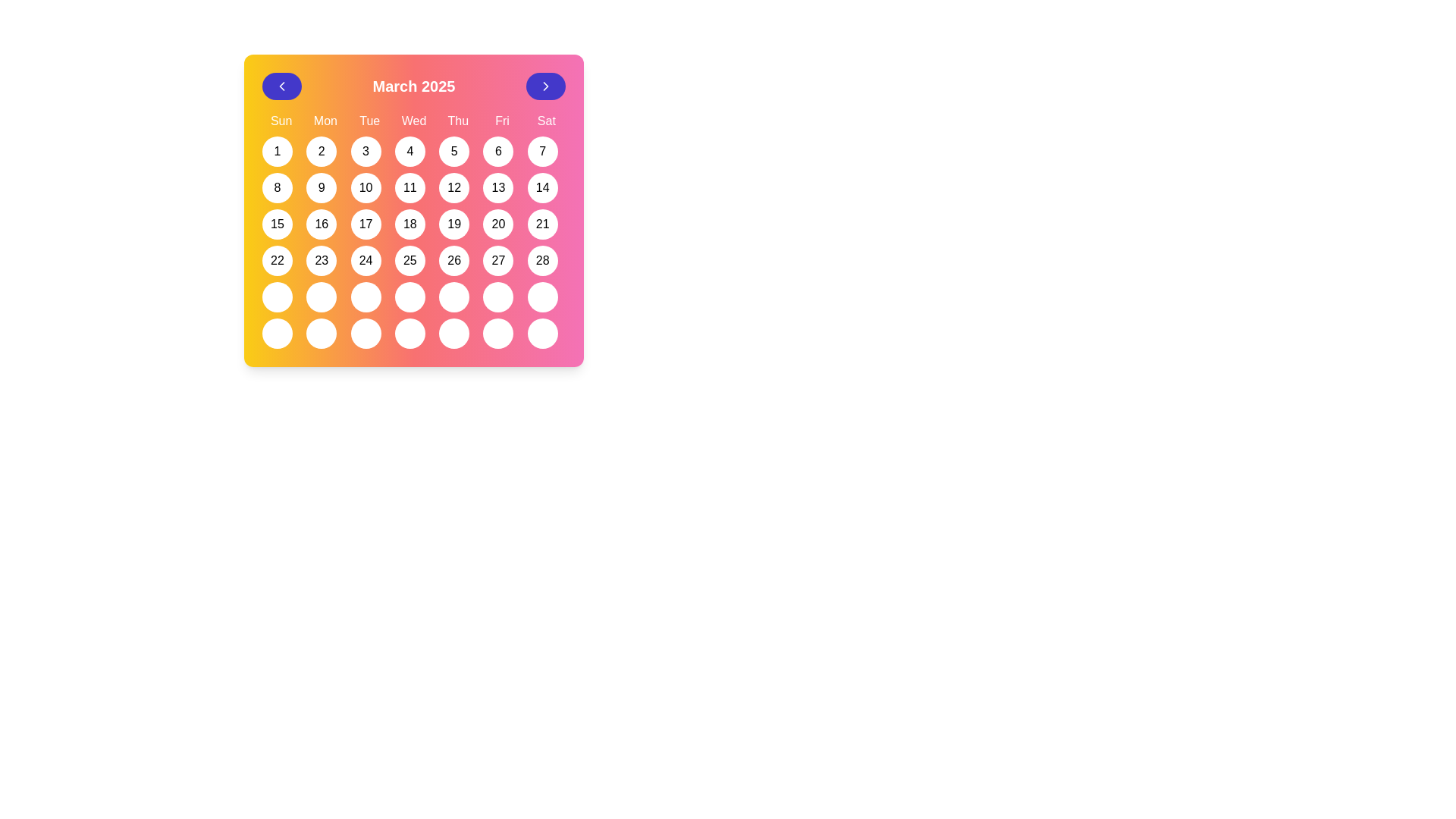  Describe the element at coordinates (321, 297) in the screenshot. I see `the circular button in the calendar interface located in the fifth row and second column to change its appearance to a blue background` at that location.